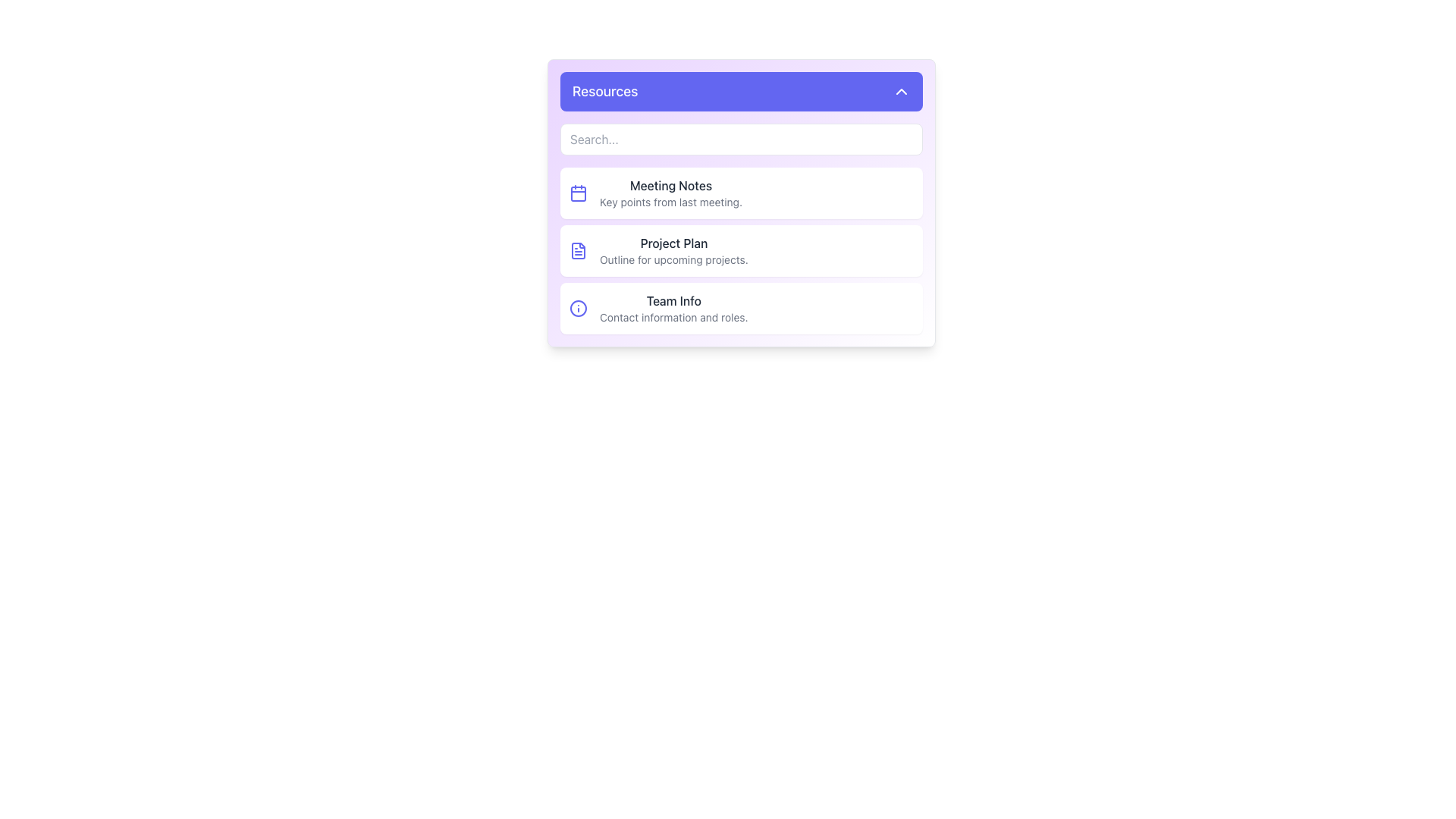 This screenshot has height=819, width=1456. I want to click on the upward-pointing chevron icon located at the top-right corner of the purple header bar labeled 'Resources', so click(902, 91).